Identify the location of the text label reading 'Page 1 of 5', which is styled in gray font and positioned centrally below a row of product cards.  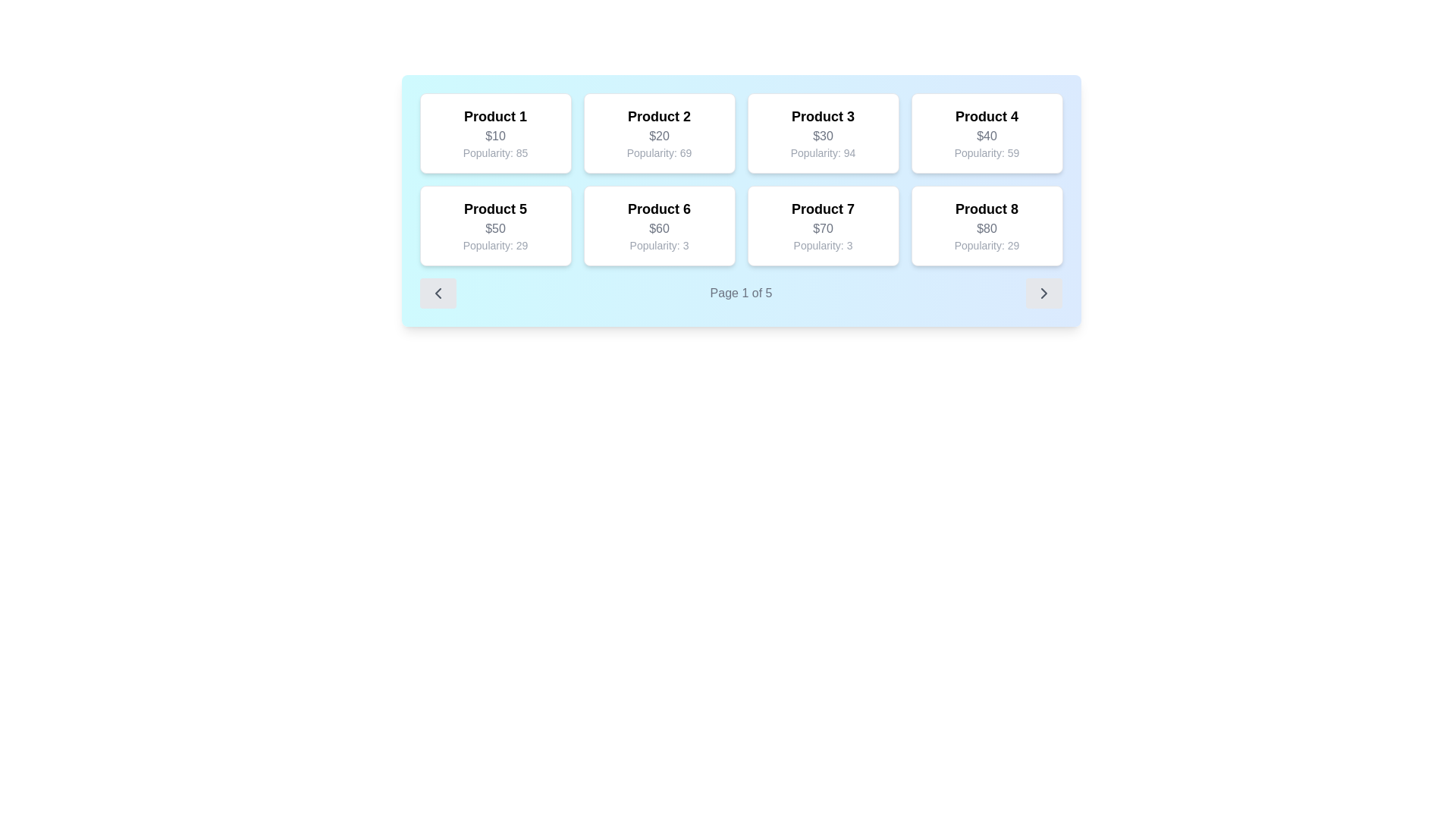
(741, 293).